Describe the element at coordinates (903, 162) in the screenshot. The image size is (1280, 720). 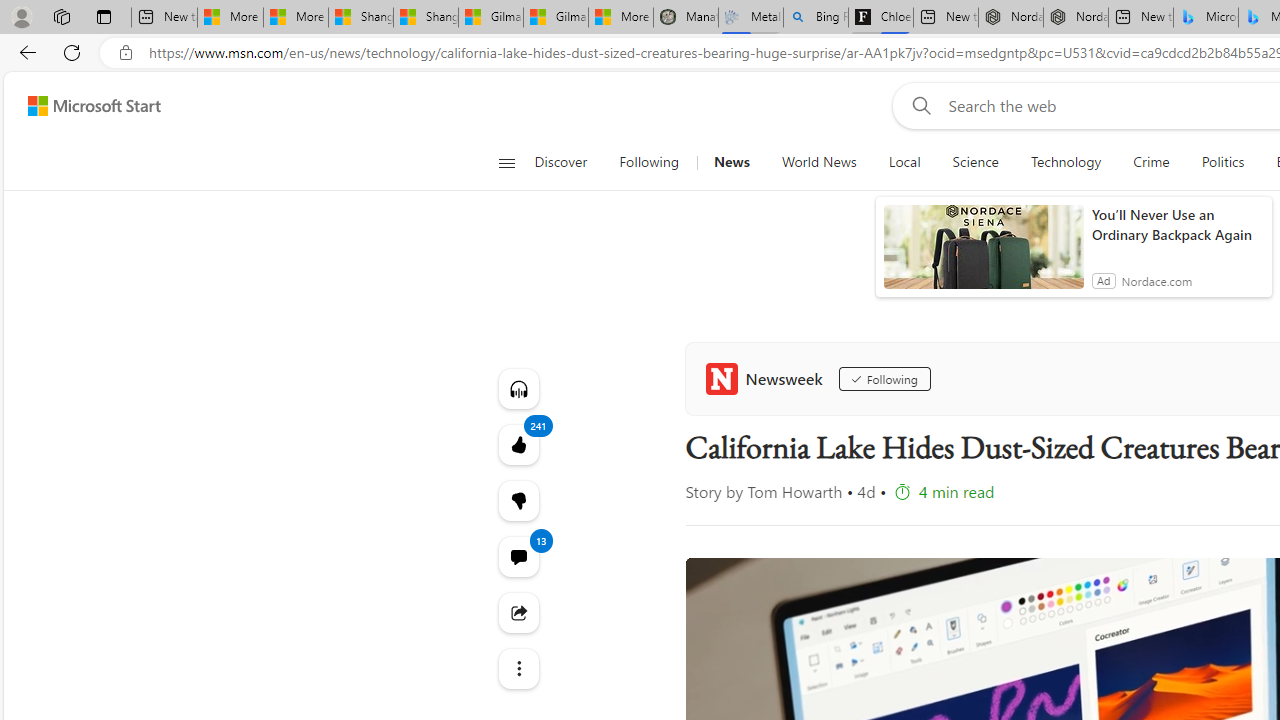
I see `'Local'` at that location.